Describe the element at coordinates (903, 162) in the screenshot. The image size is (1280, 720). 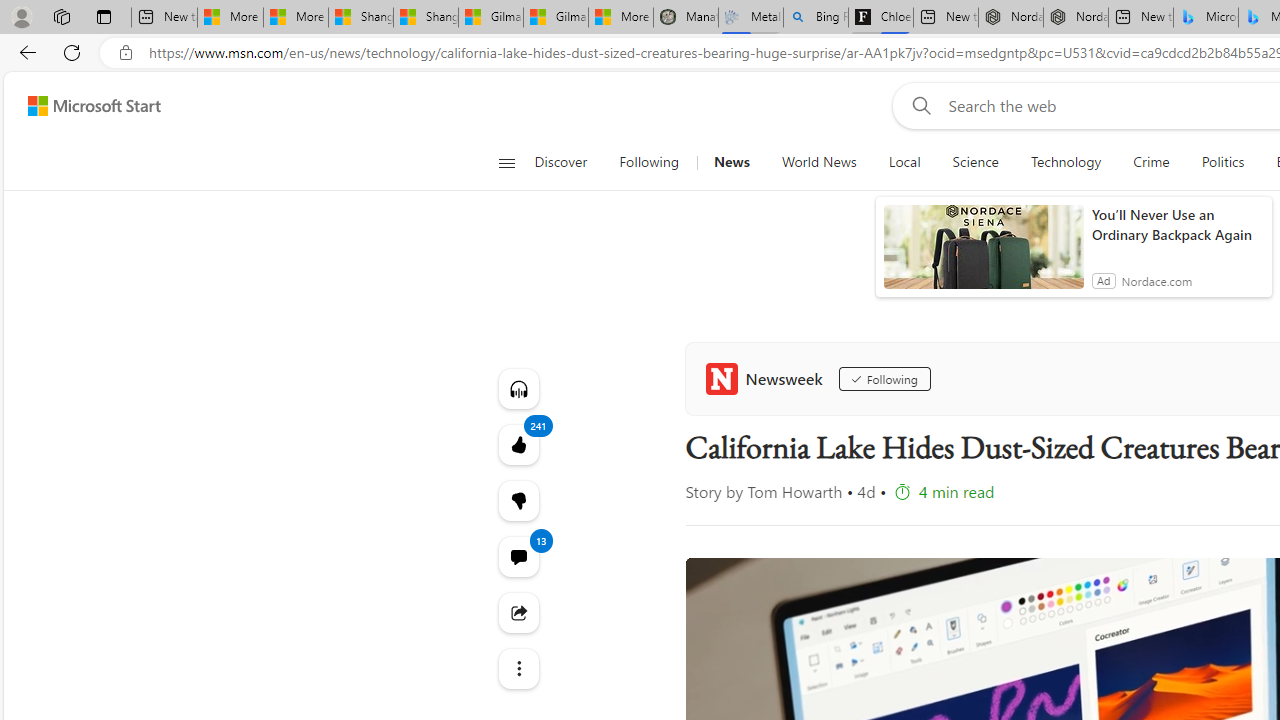
I see `'Local'` at that location.